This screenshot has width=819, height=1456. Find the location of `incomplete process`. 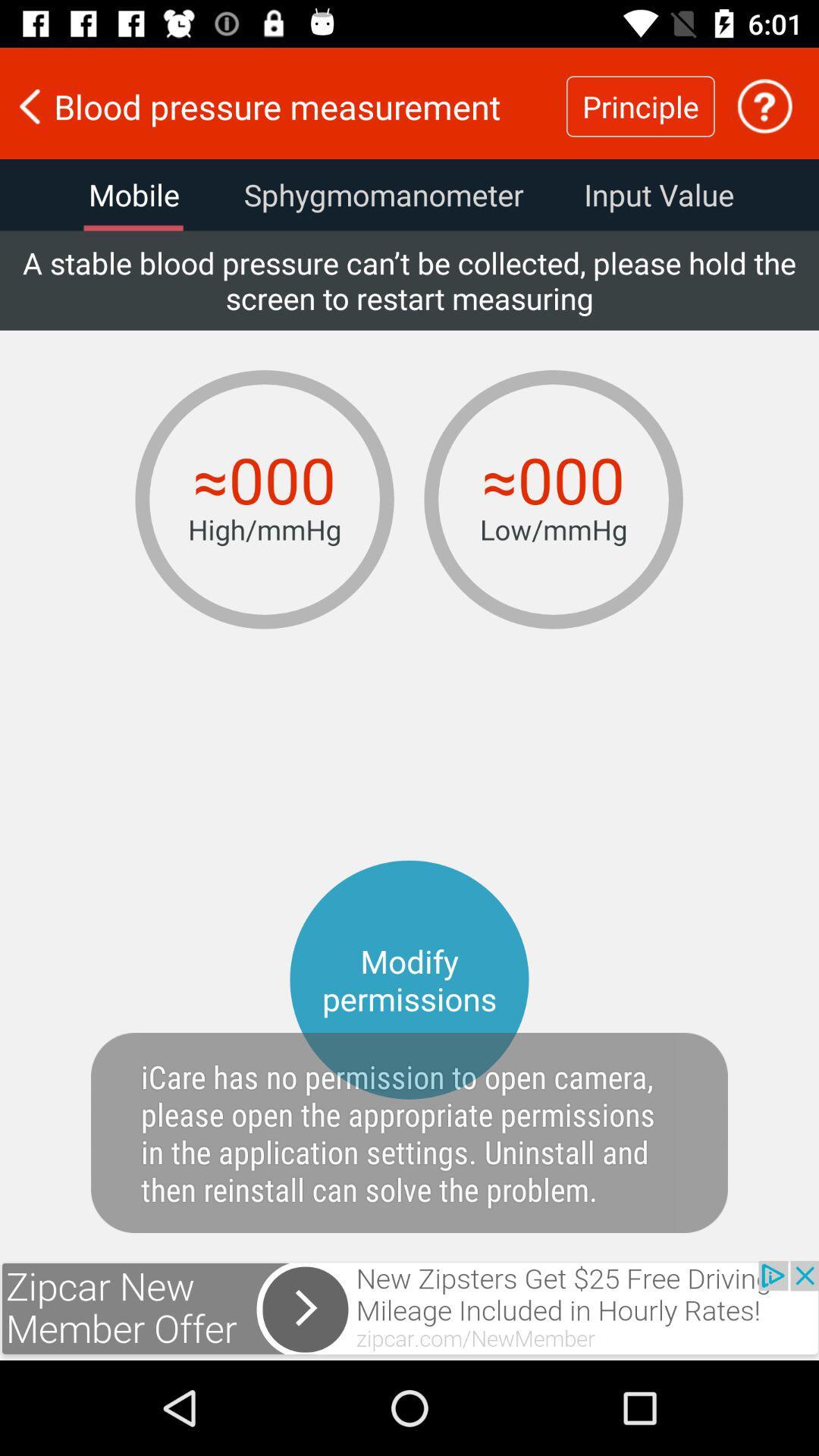

incomplete process is located at coordinates (764, 105).